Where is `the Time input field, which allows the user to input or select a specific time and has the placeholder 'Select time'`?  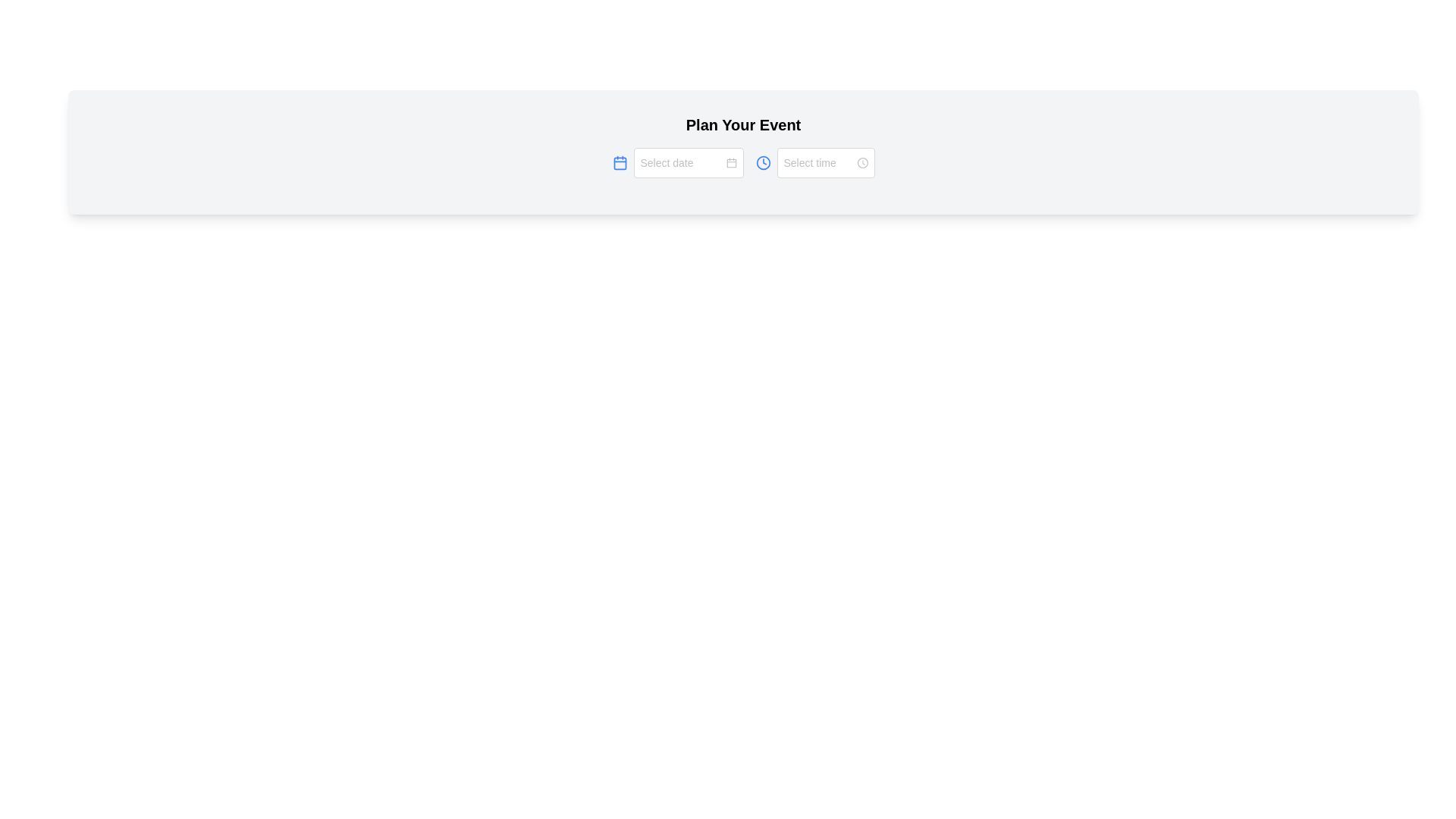
the Time input field, which allows the user to input or select a specific time and has the placeholder 'Select time' is located at coordinates (825, 163).